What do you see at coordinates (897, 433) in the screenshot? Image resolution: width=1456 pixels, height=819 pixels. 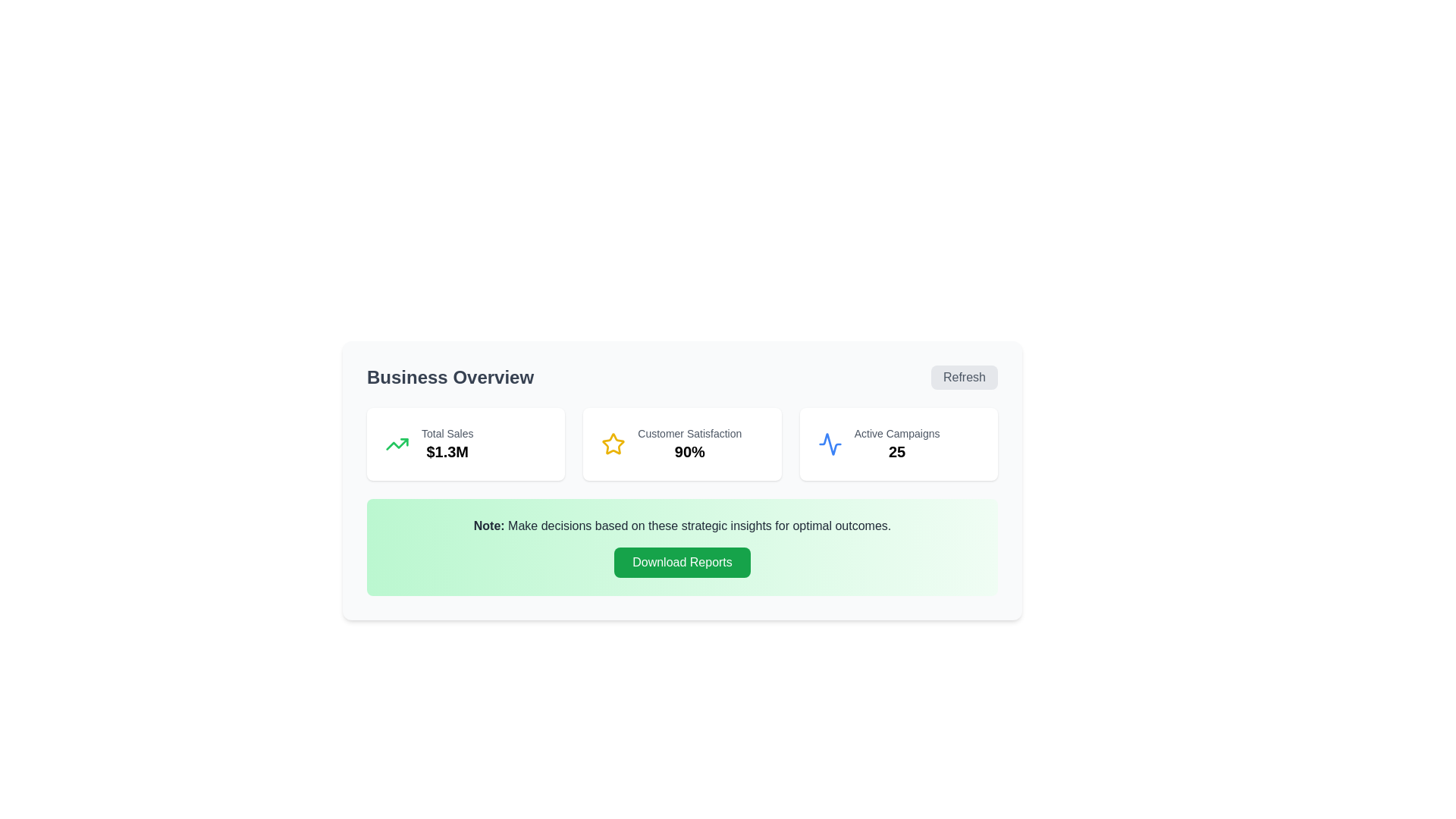 I see `the static text label in the Business Overview section that describes the metric displayed below it, which is positioned above the numeric value '25'` at bounding box center [897, 433].